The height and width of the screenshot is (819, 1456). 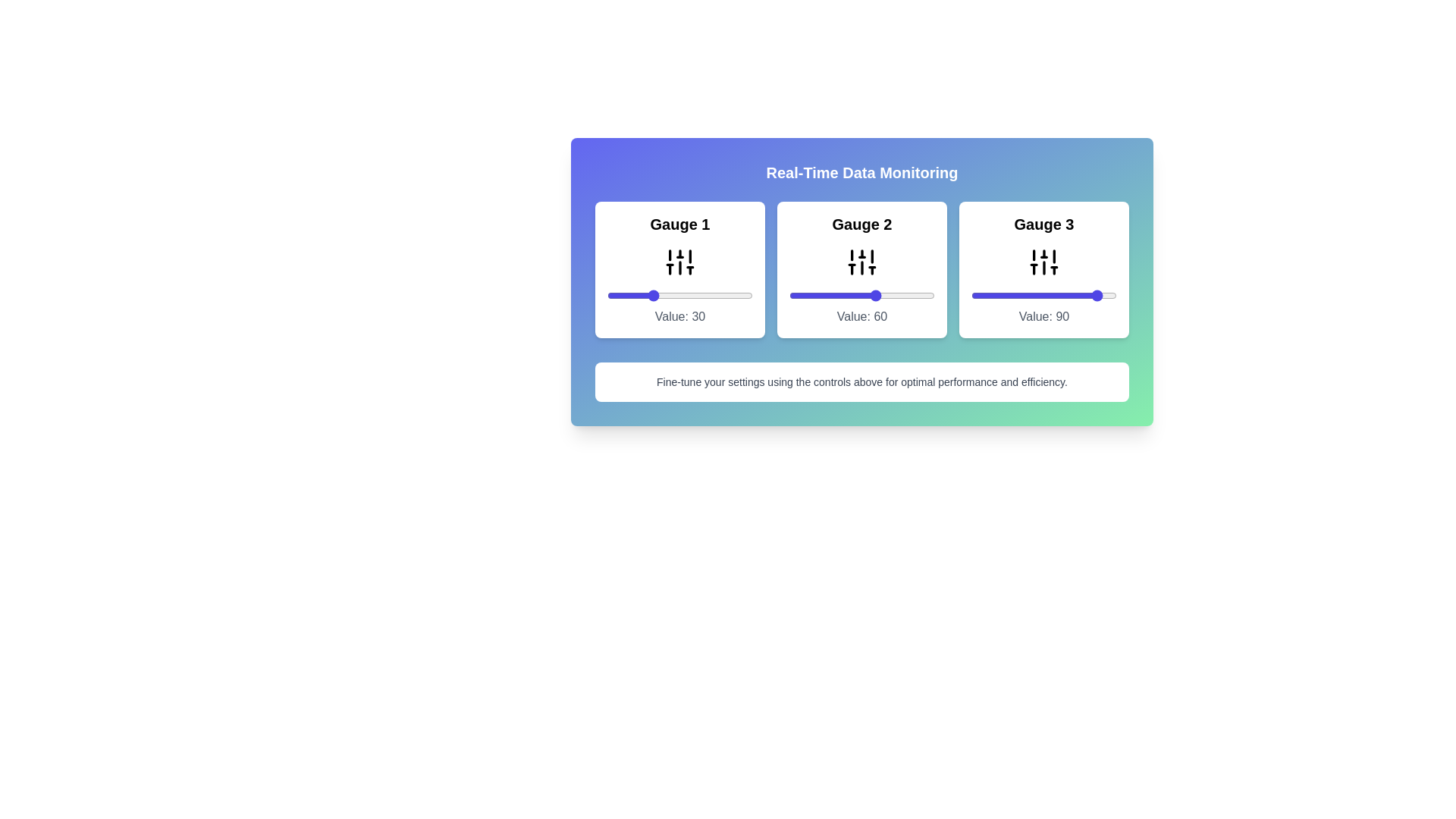 I want to click on the static text label displaying the numeric value located at the bottom of the card labeled 'Gauge 3', which is positioned directly underneath a slider control in the third card from the left, so click(x=1043, y=315).